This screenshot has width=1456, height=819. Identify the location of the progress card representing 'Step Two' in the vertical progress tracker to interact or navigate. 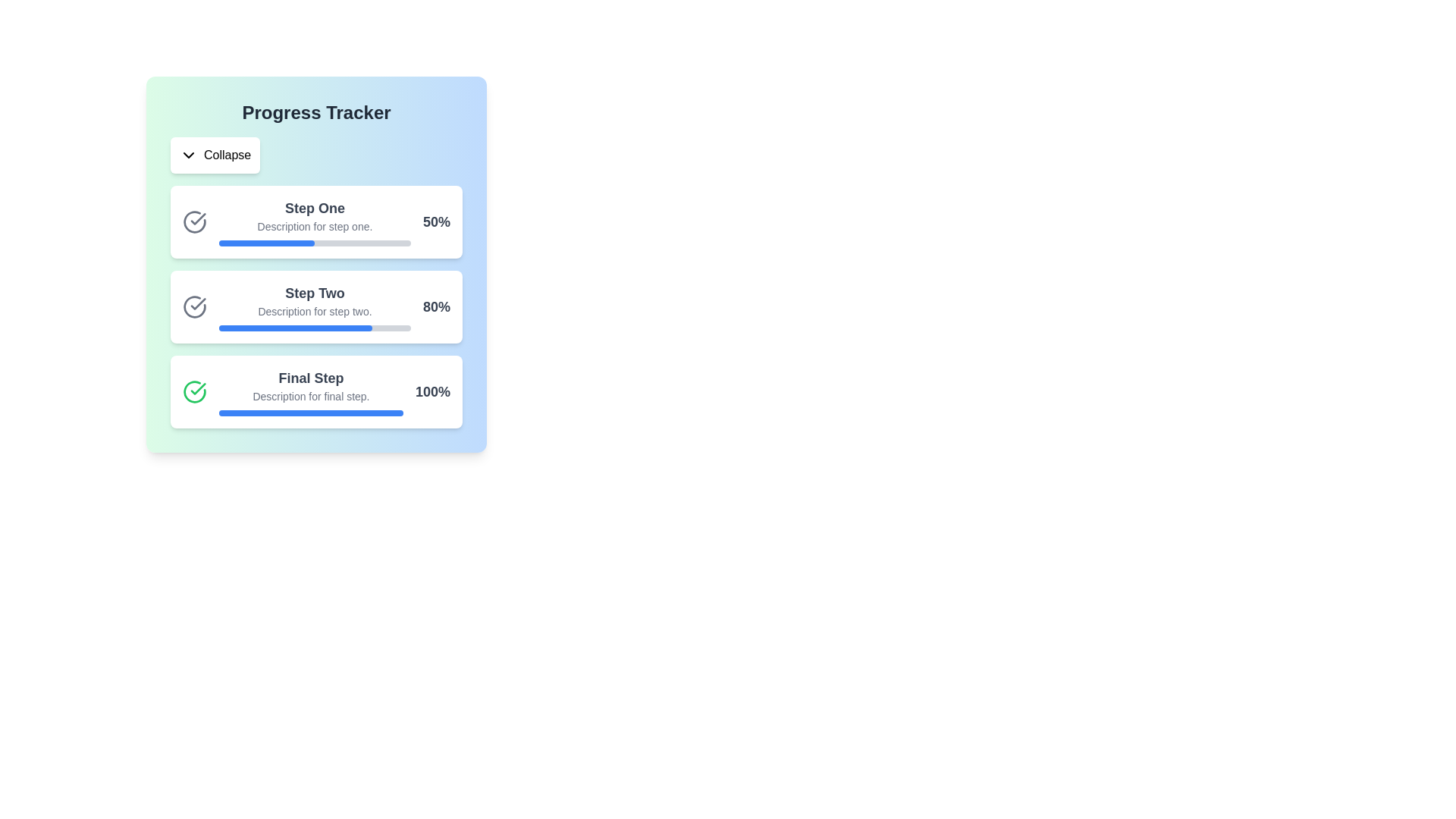
(315, 307).